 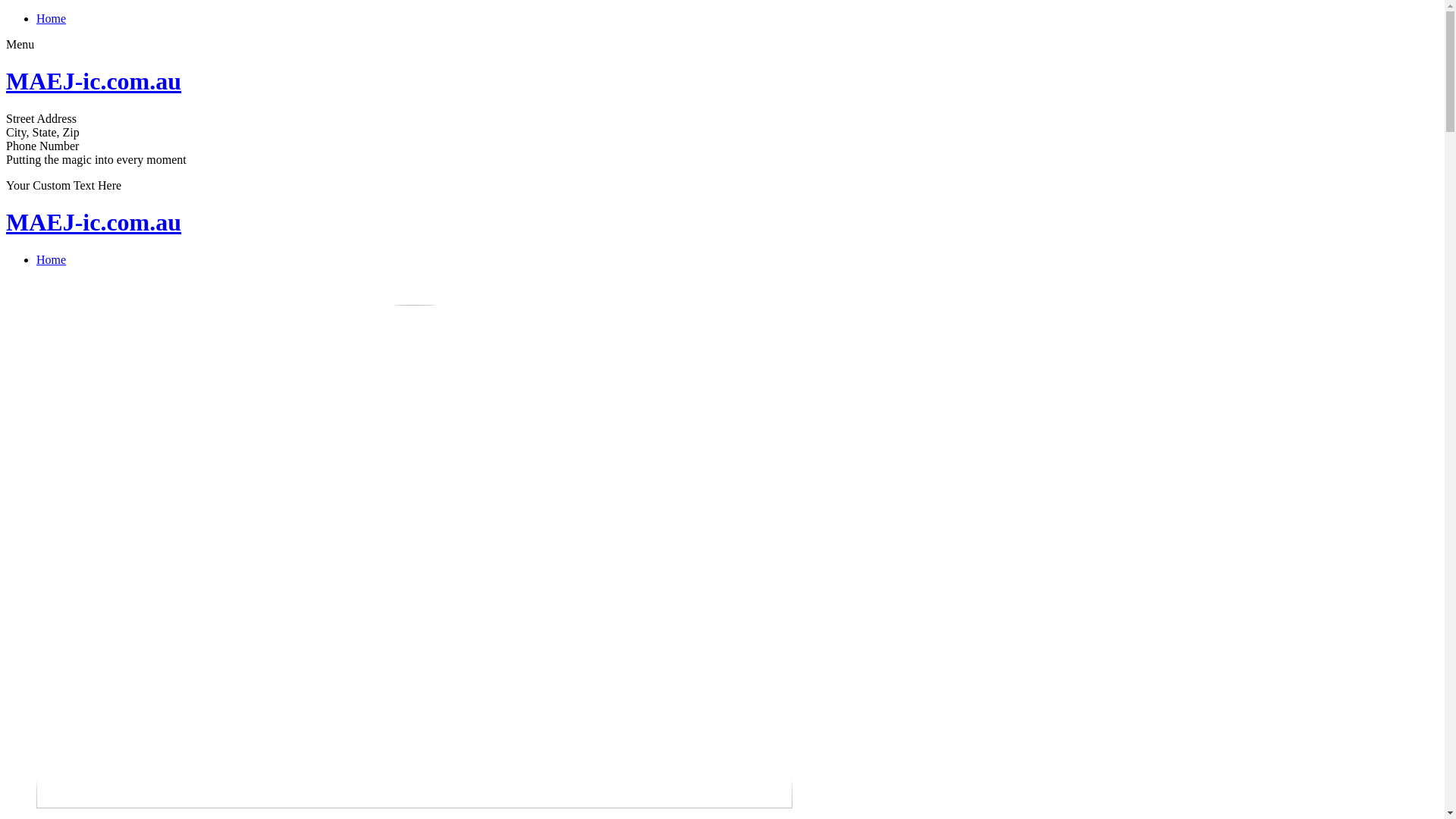 What do you see at coordinates (20, 43) in the screenshot?
I see `'Menu'` at bounding box center [20, 43].